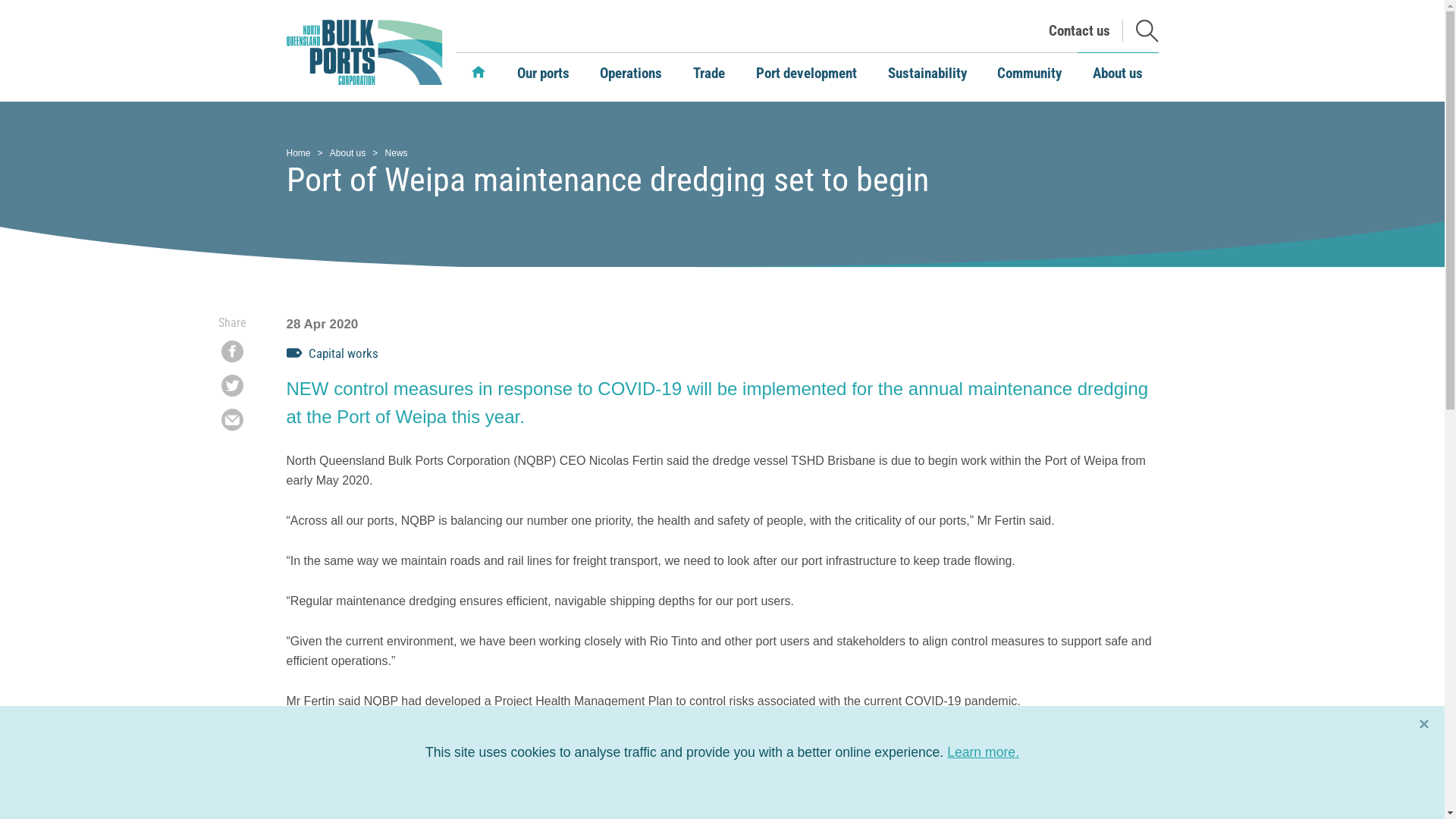 Image resolution: width=1456 pixels, height=819 pixels. What do you see at coordinates (231, 387) in the screenshot?
I see `'Share on Twitter'` at bounding box center [231, 387].